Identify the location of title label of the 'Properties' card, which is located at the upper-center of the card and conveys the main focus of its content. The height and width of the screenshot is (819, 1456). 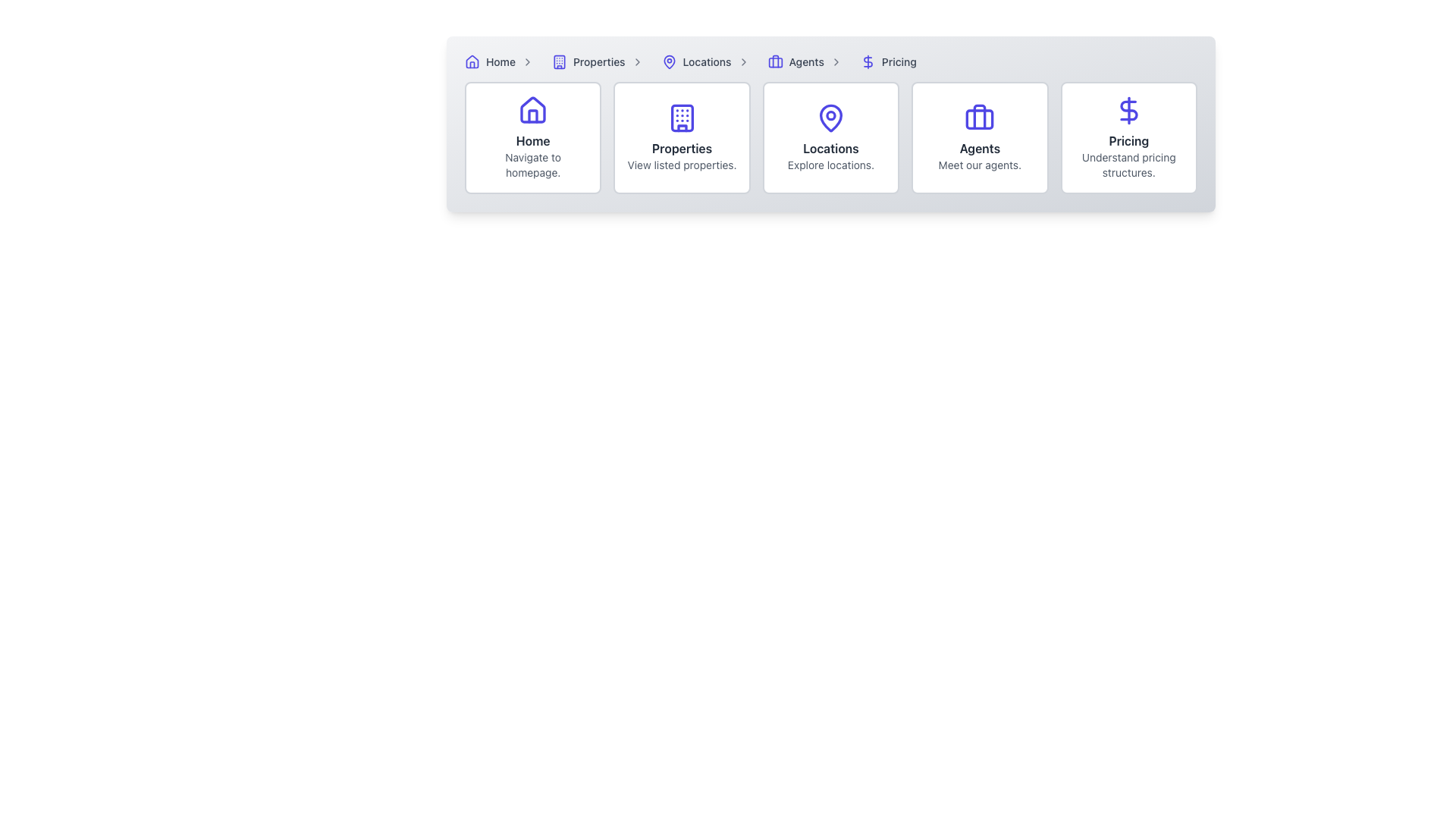
(681, 149).